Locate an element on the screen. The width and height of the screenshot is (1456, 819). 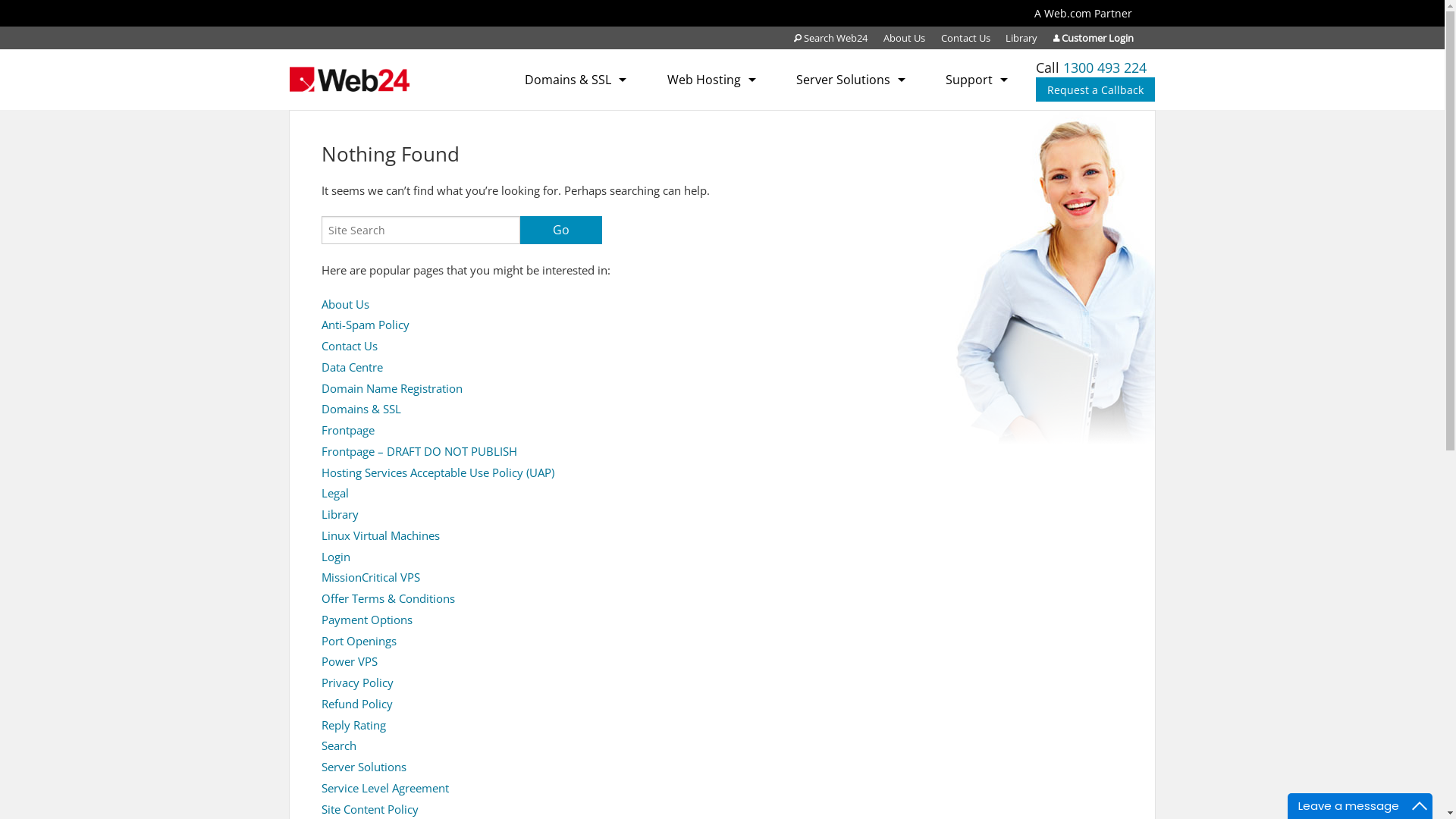
'Maximize' is located at coordinates (1419, 805).